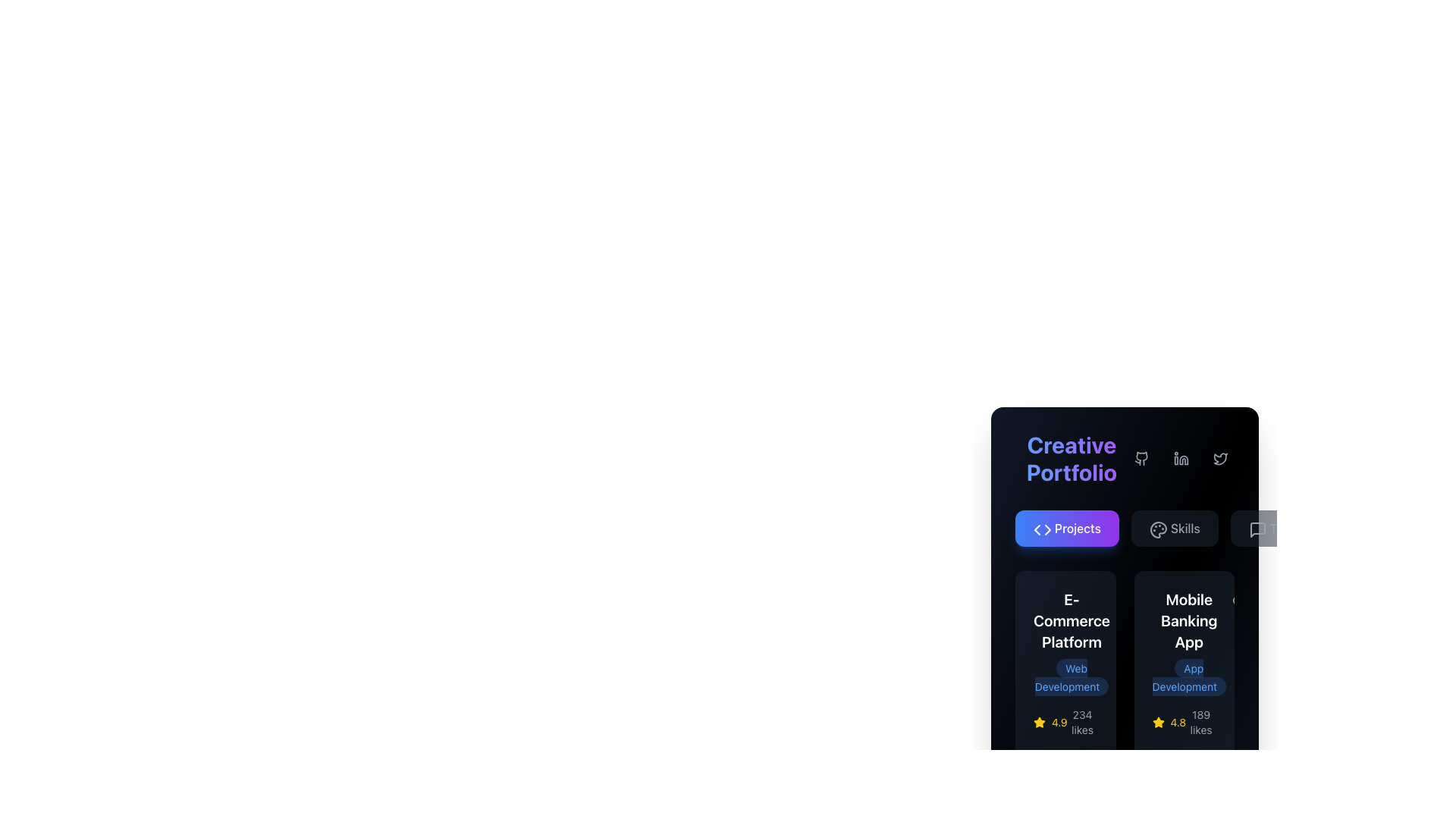 This screenshot has width=1456, height=819. What do you see at coordinates (1177, 721) in the screenshot?
I see `the numeric rating label located in the bottom-right corner of the 'Mobile Banking App' card, which follows a star icon` at bounding box center [1177, 721].